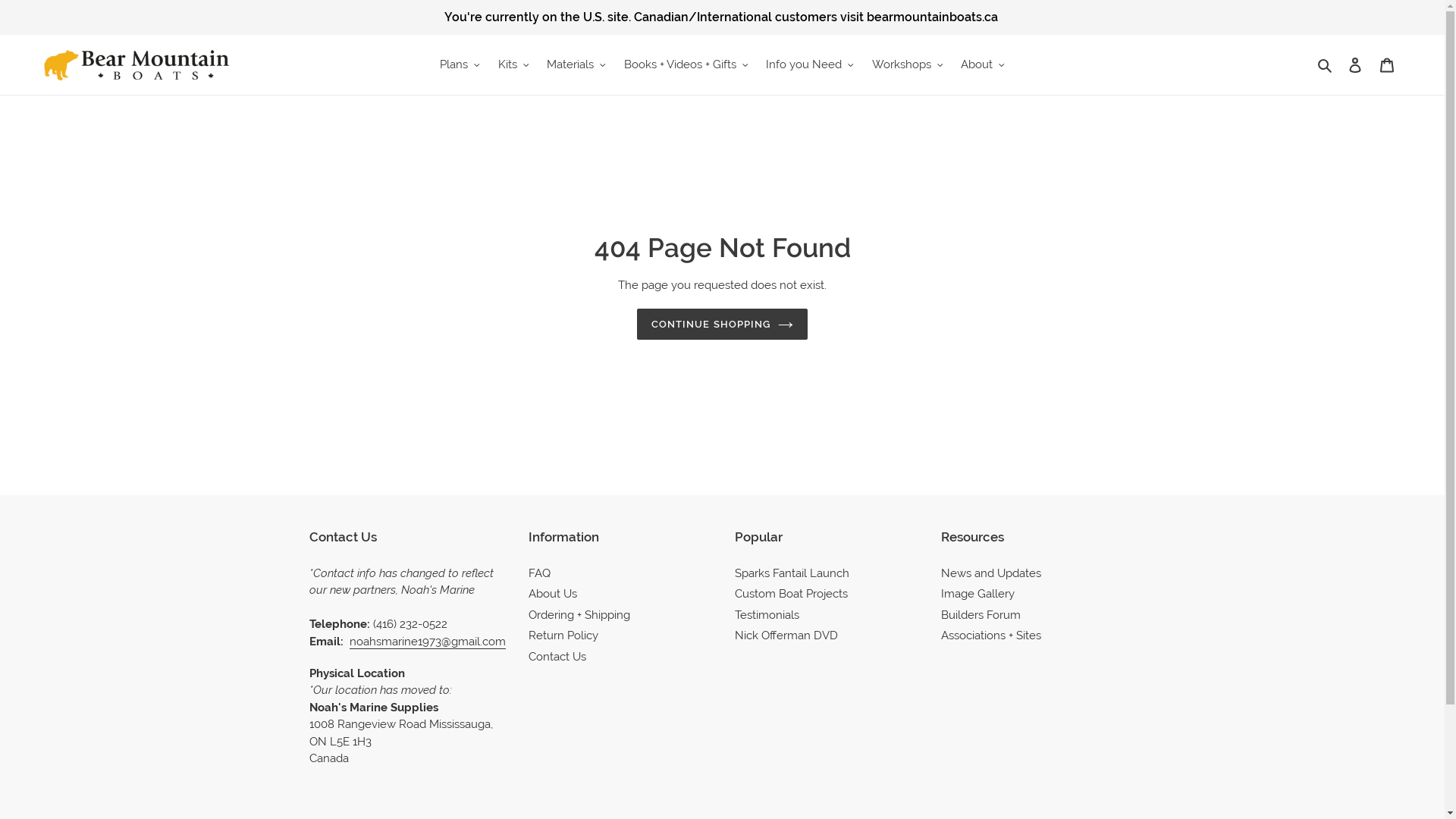 This screenshot has height=819, width=1456. I want to click on 'Sparks Fantail Launch', so click(735, 573).